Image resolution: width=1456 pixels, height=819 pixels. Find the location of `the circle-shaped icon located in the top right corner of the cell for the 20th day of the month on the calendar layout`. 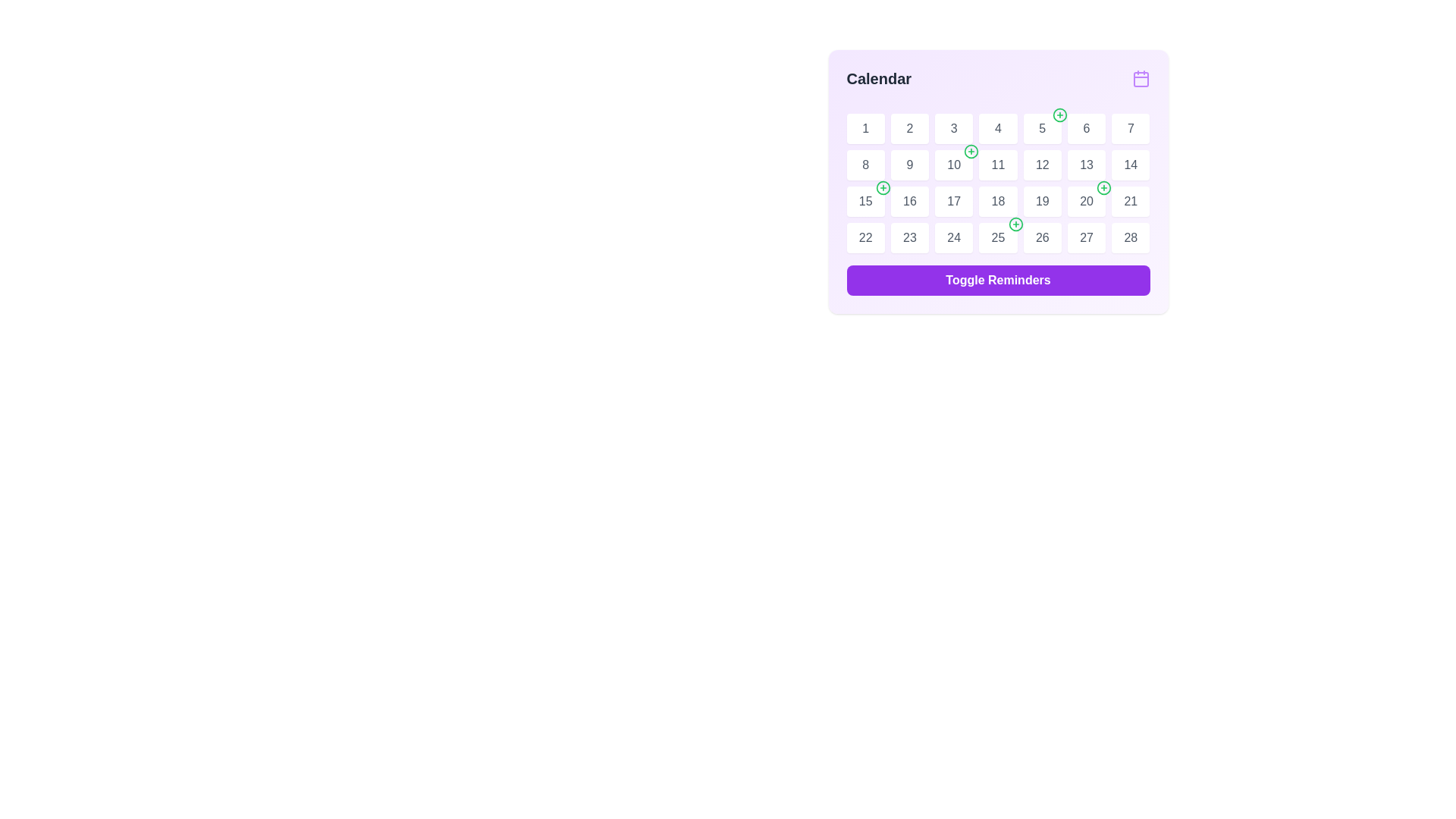

the circle-shaped icon located in the top right corner of the cell for the 20th day of the month on the calendar layout is located at coordinates (1104, 187).